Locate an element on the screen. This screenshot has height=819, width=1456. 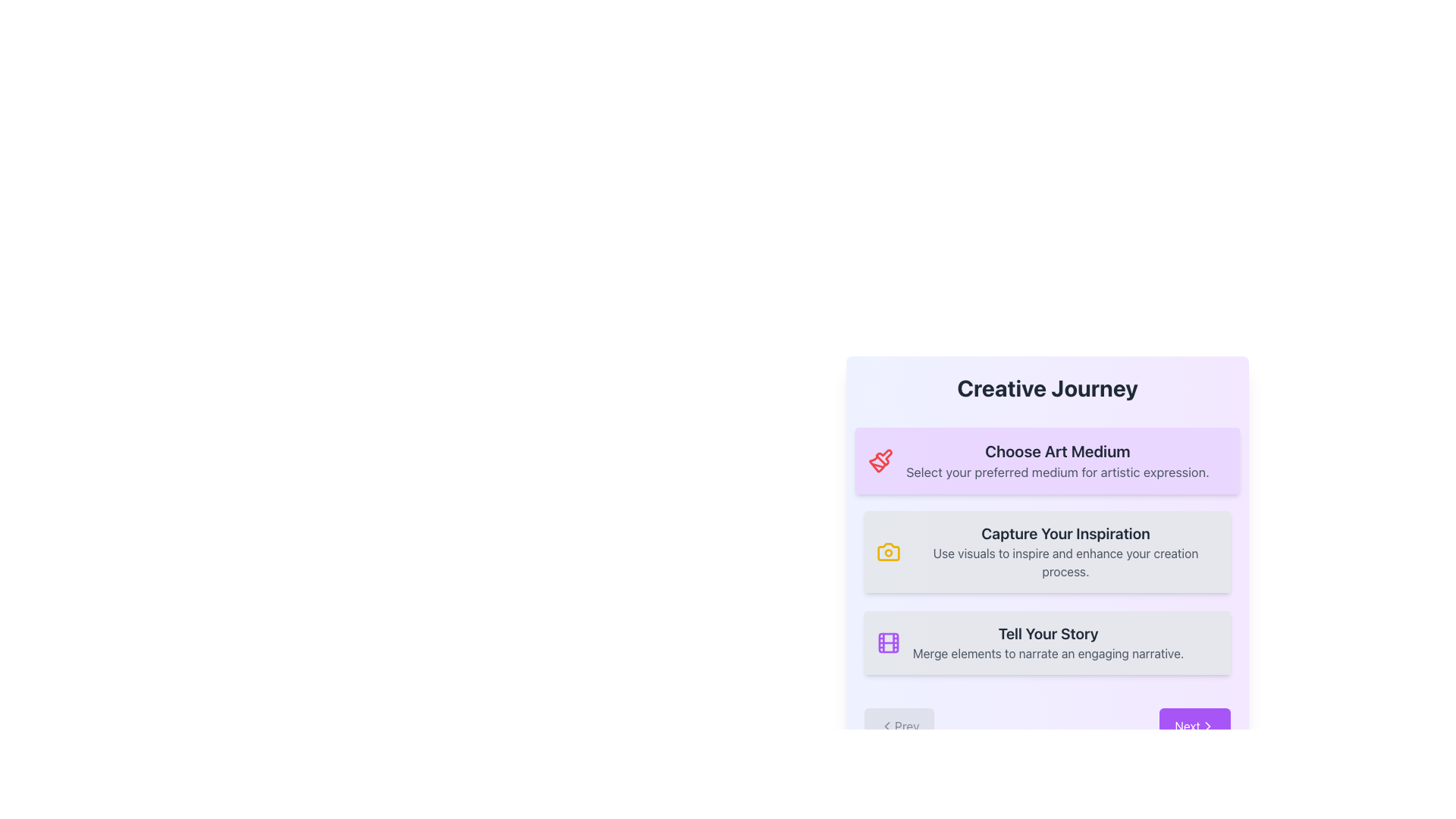
the small rightward-facing chevron arrow icon, which is outlined and located within the bottom-right corner of the interface, likely associated with a 'Next' function is located at coordinates (1207, 725).